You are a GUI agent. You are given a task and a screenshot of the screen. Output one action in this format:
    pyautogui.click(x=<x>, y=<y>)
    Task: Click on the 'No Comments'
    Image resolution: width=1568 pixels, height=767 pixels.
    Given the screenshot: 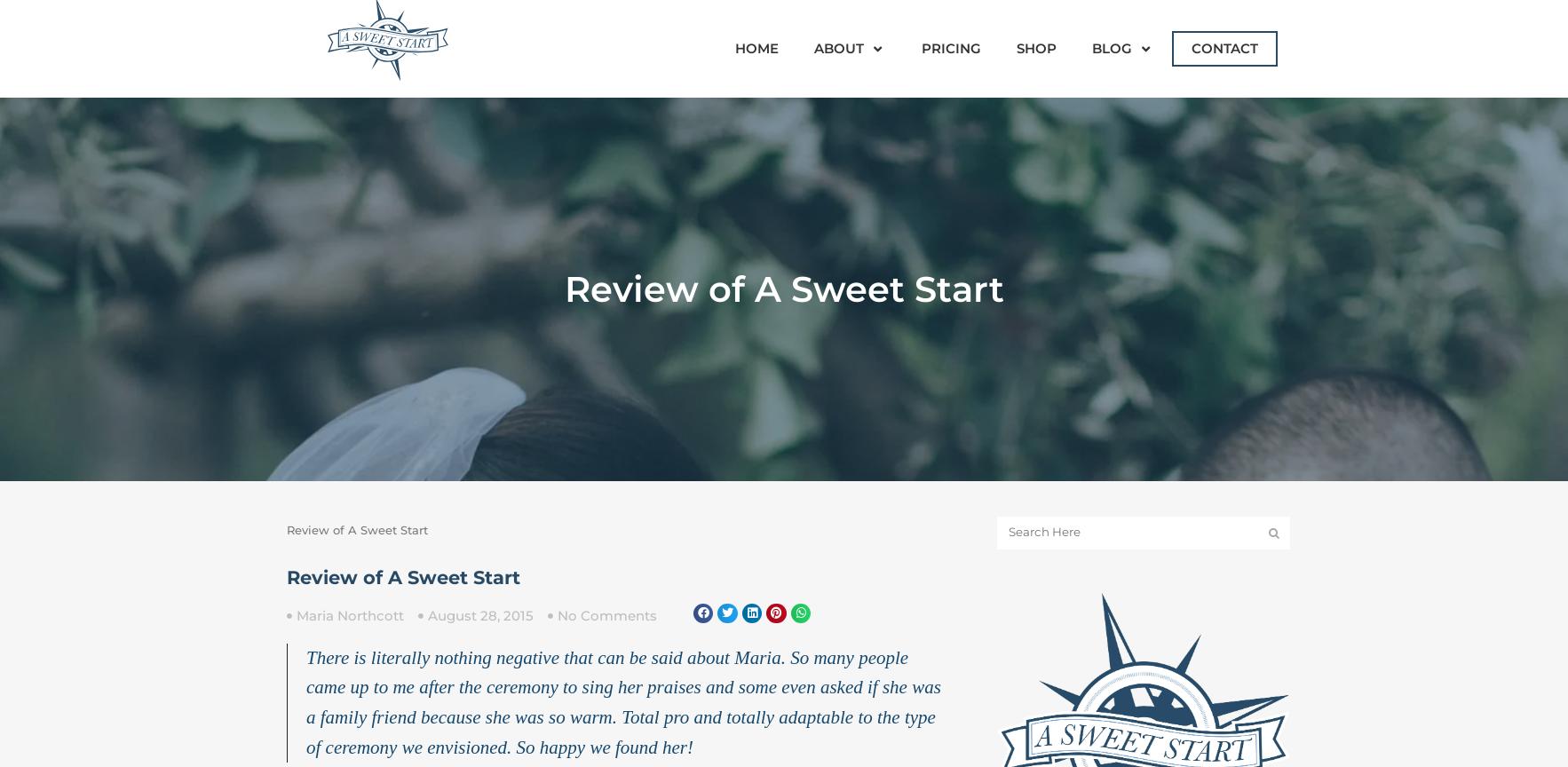 What is the action you would take?
    pyautogui.click(x=606, y=614)
    